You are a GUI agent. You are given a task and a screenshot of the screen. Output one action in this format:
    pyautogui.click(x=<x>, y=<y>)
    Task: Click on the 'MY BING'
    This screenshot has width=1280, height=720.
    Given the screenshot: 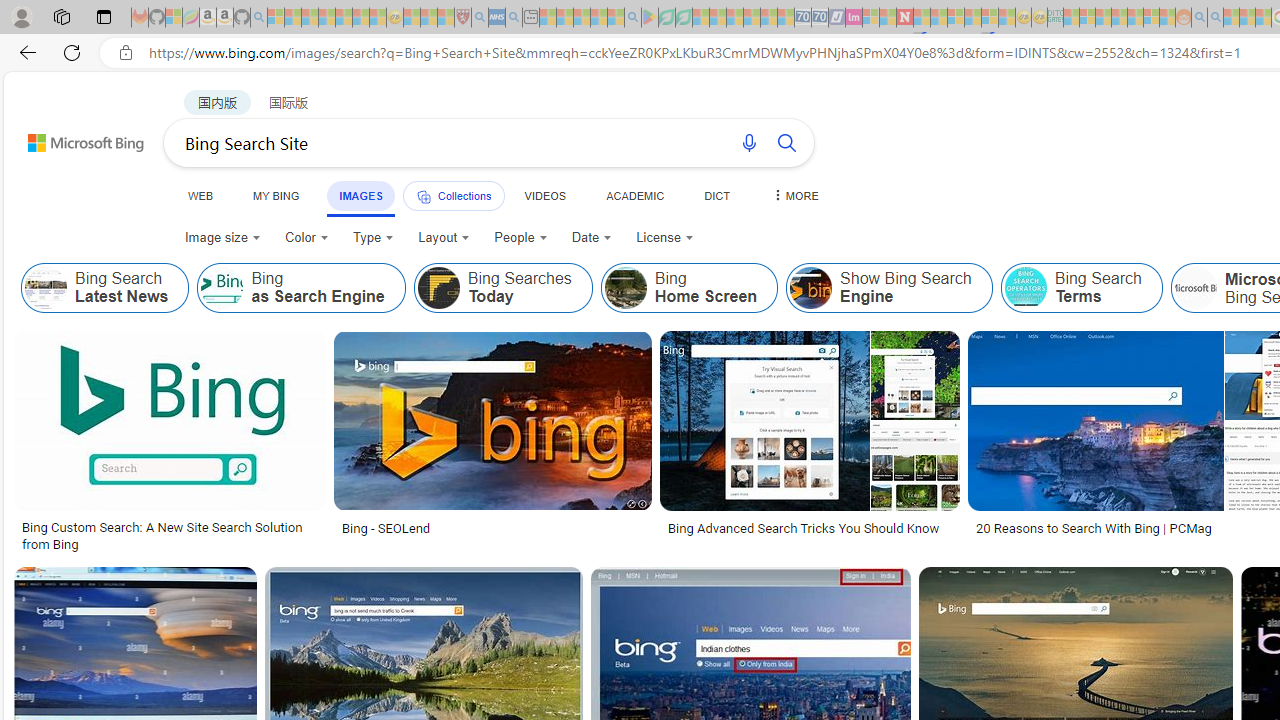 What is the action you would take?
    pyautogui.click(x=275, y=195)
    